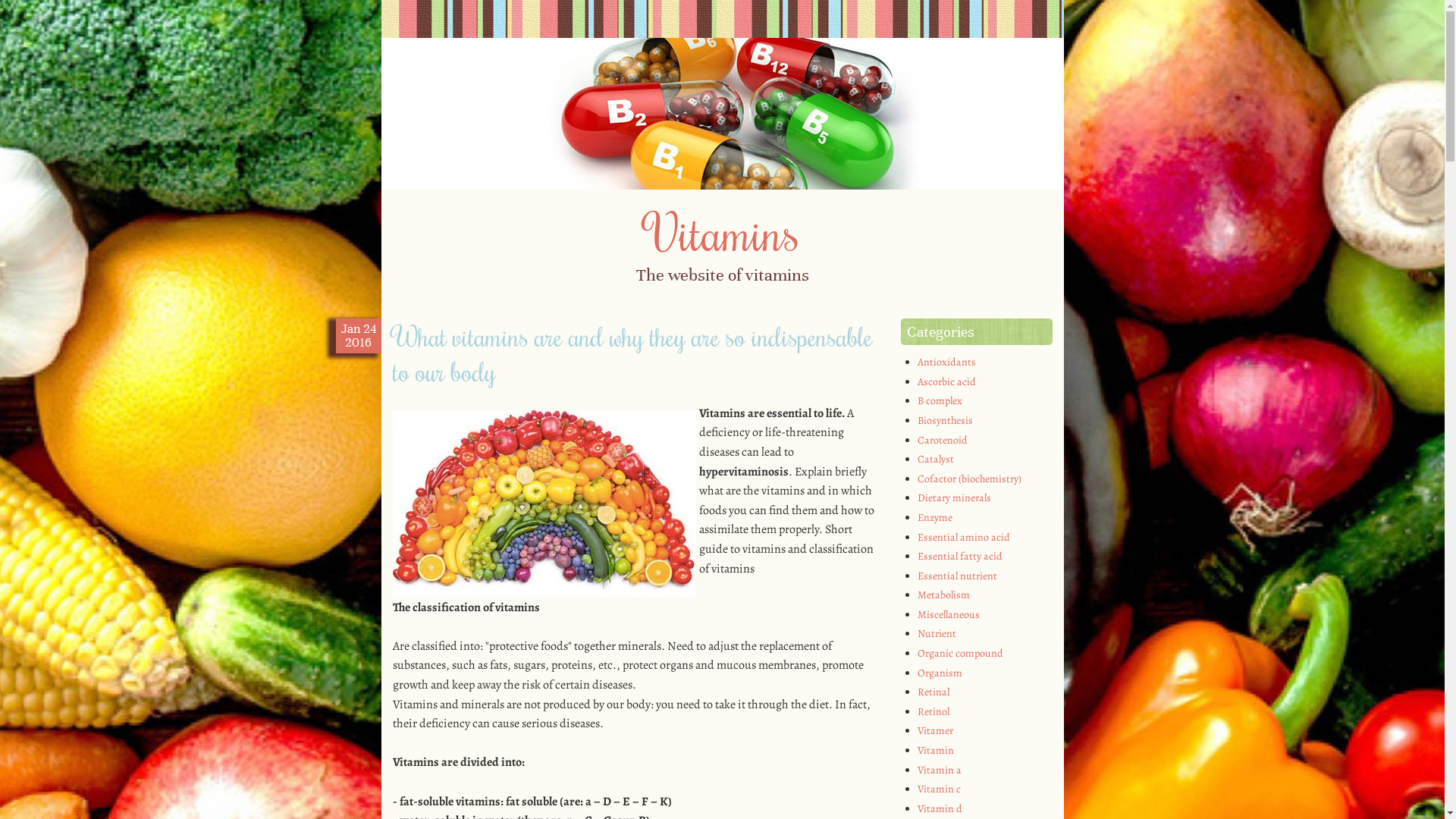 This screenshot has width=1456, height=819. What do you see at coordinates (953, 497) in the screenshot?
I see `'Dietary minerals'` at bounding box center [953, 497].